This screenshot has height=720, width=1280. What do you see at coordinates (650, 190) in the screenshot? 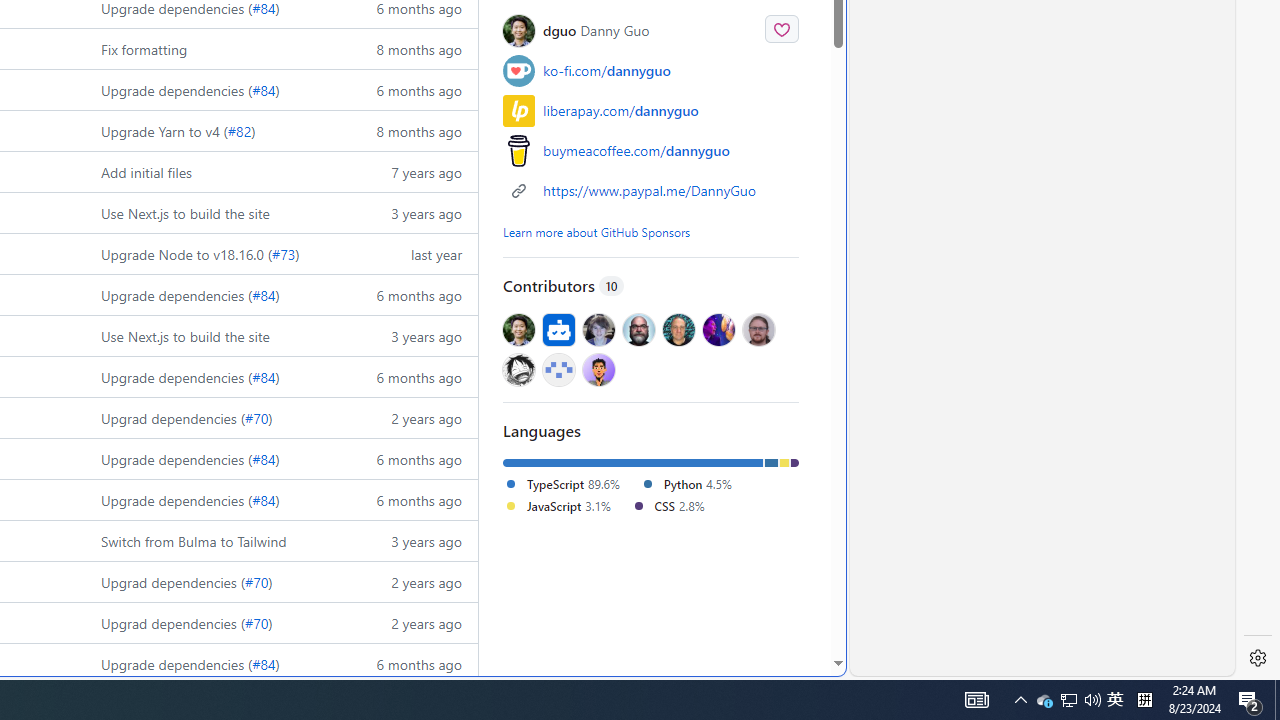
I see `'https://www.paypal.me/DannyGuo'` at bounding box center [650, 190].